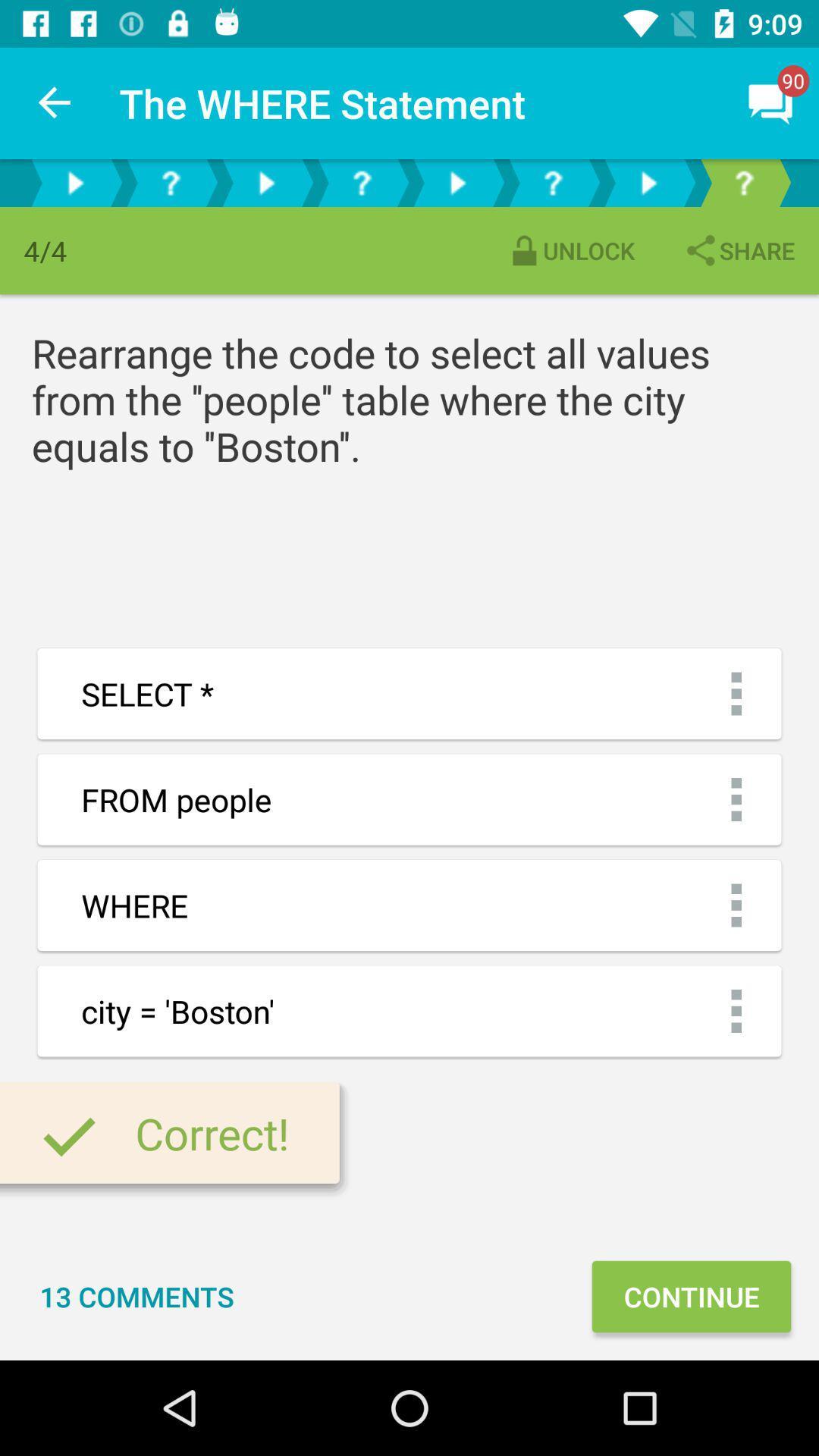  I want to click on the share icon, so click(738, 250).